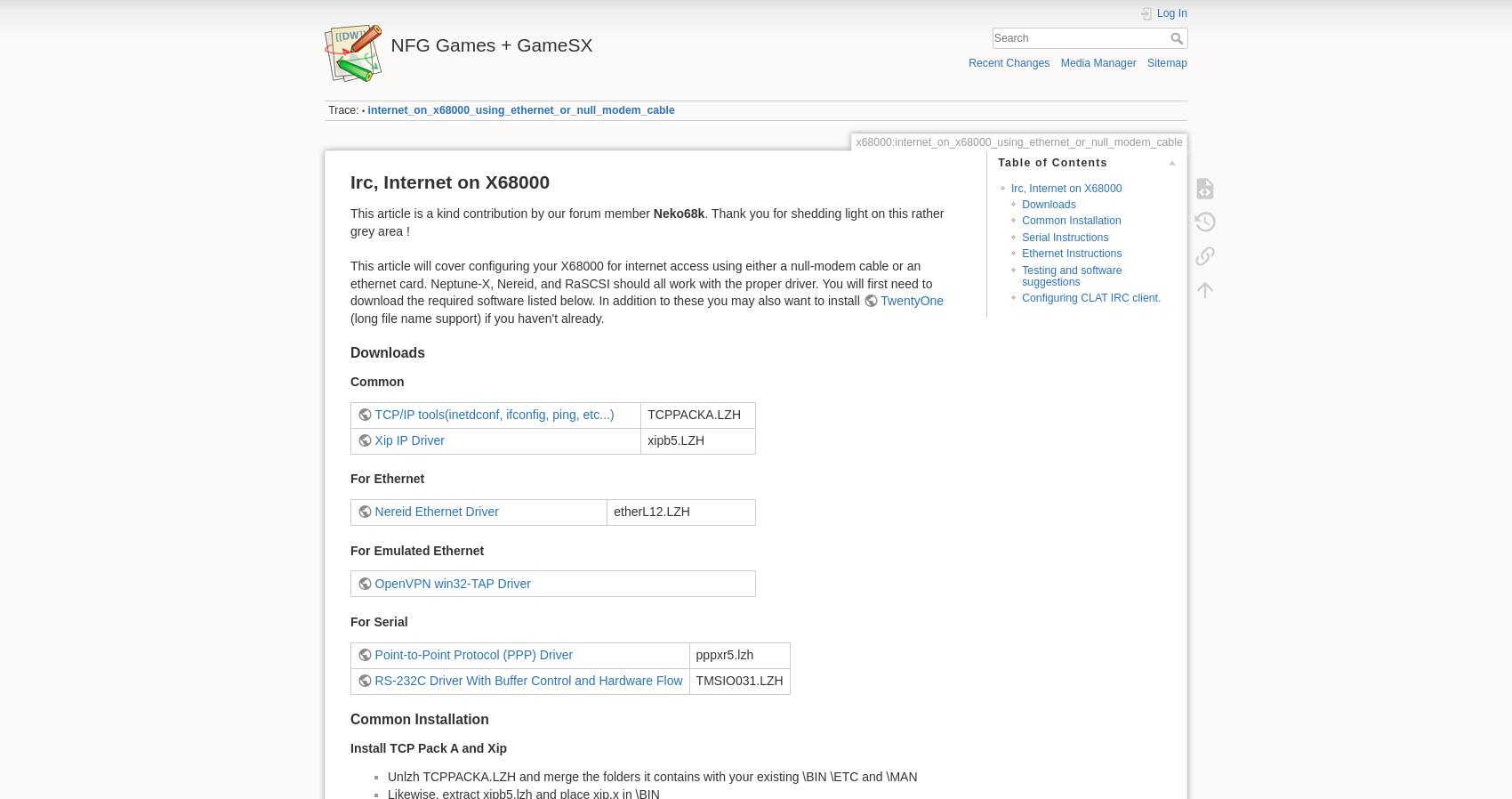 This screenshot has width=1512, height=799. I want to click on 'TCPPACKA.LZH', so click(693, 412).